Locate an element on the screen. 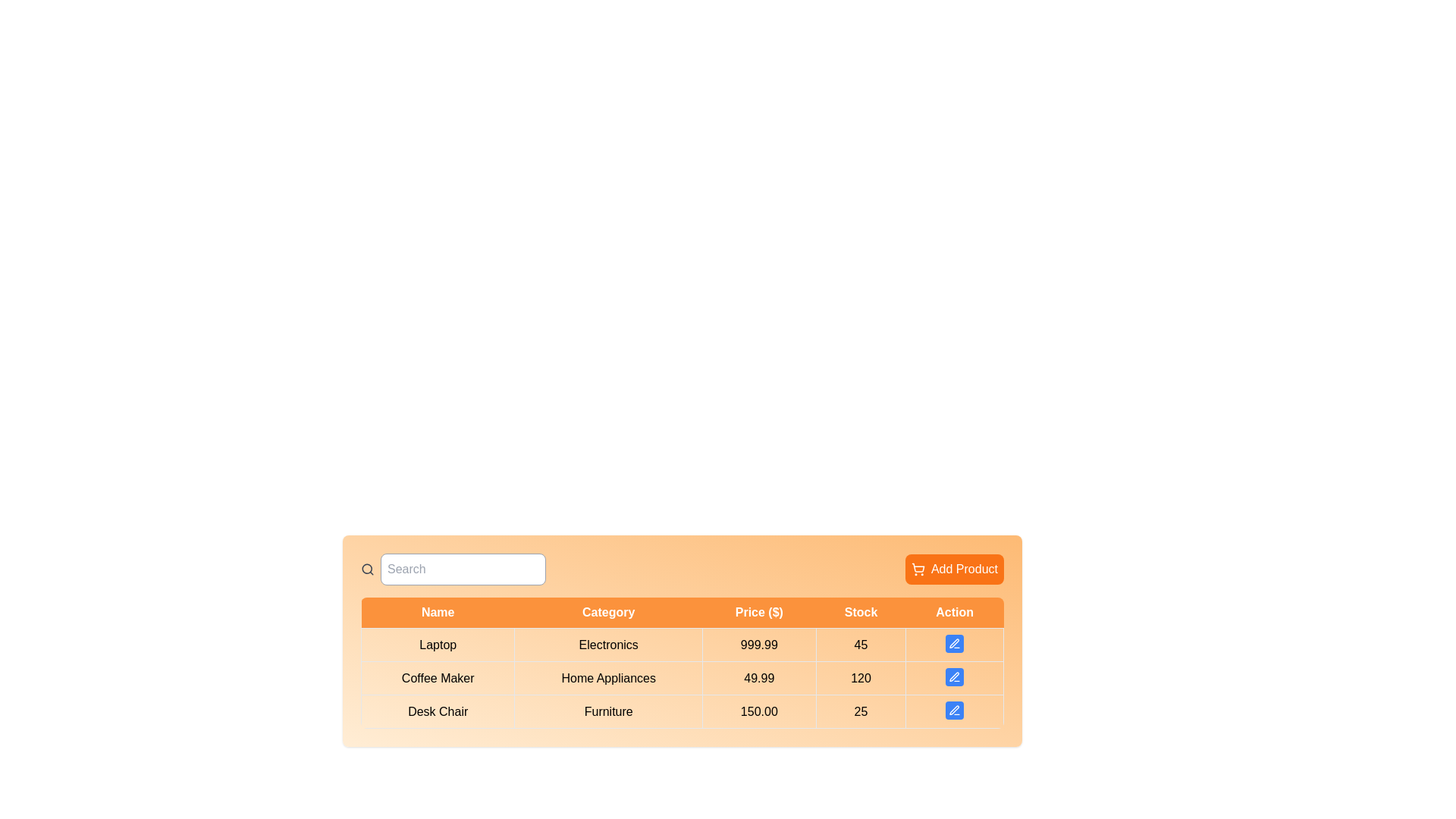 Image resolution: width=1456 pixels, height=819 pixels. the numerical value '25' displayed in bold font under the 'Stock' column in the 'Desk Chair' row of the data table is located at coordinates (861, 711).